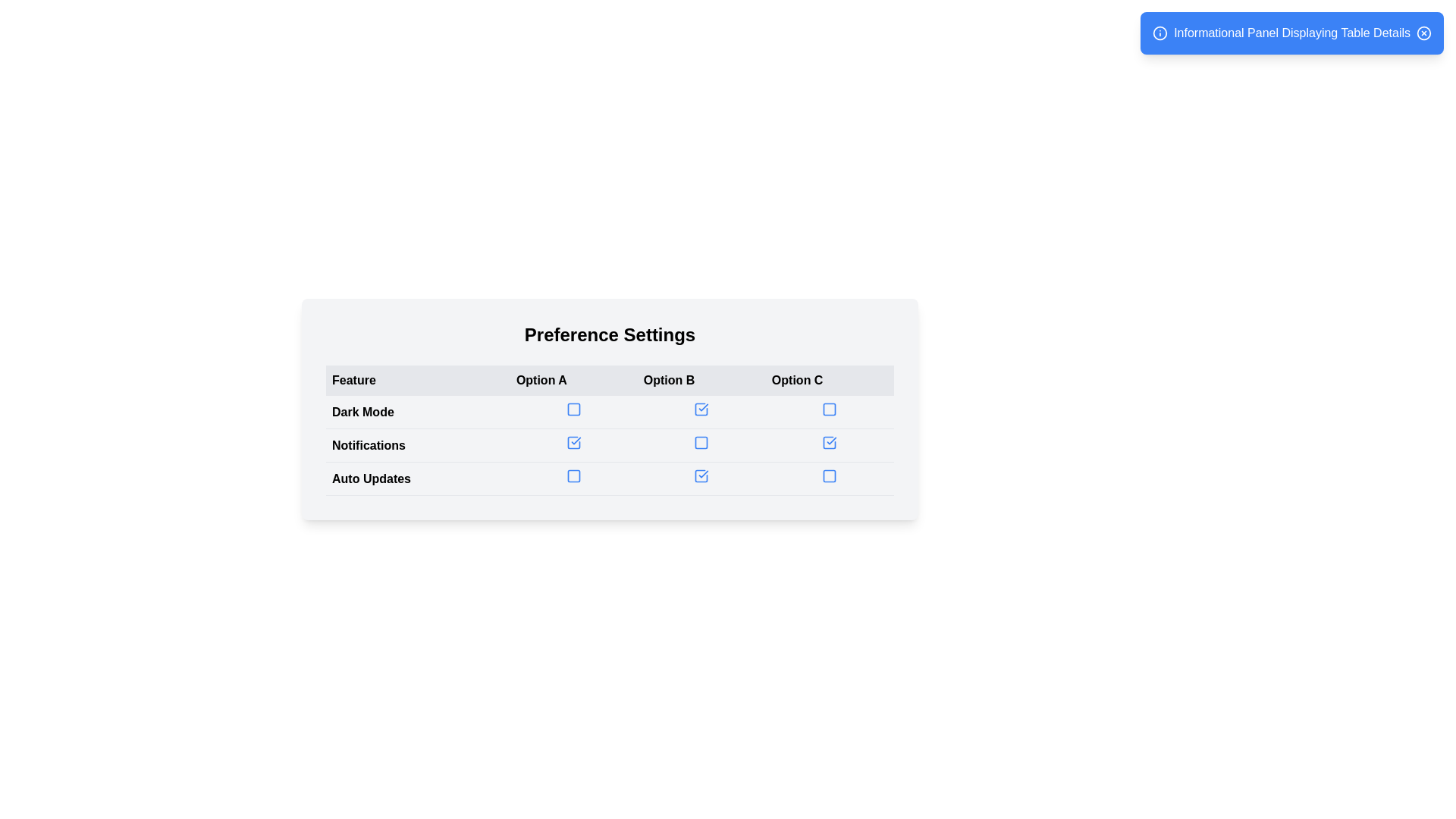 The height and width of the screenshot is (819, 1456). Describe the element at coordinates (573, 442) in the screenshot. I see `the blue checkbox-style graphical icon located in the second row under the 'Option A' column in the 'Preference Settings' section` at that location.